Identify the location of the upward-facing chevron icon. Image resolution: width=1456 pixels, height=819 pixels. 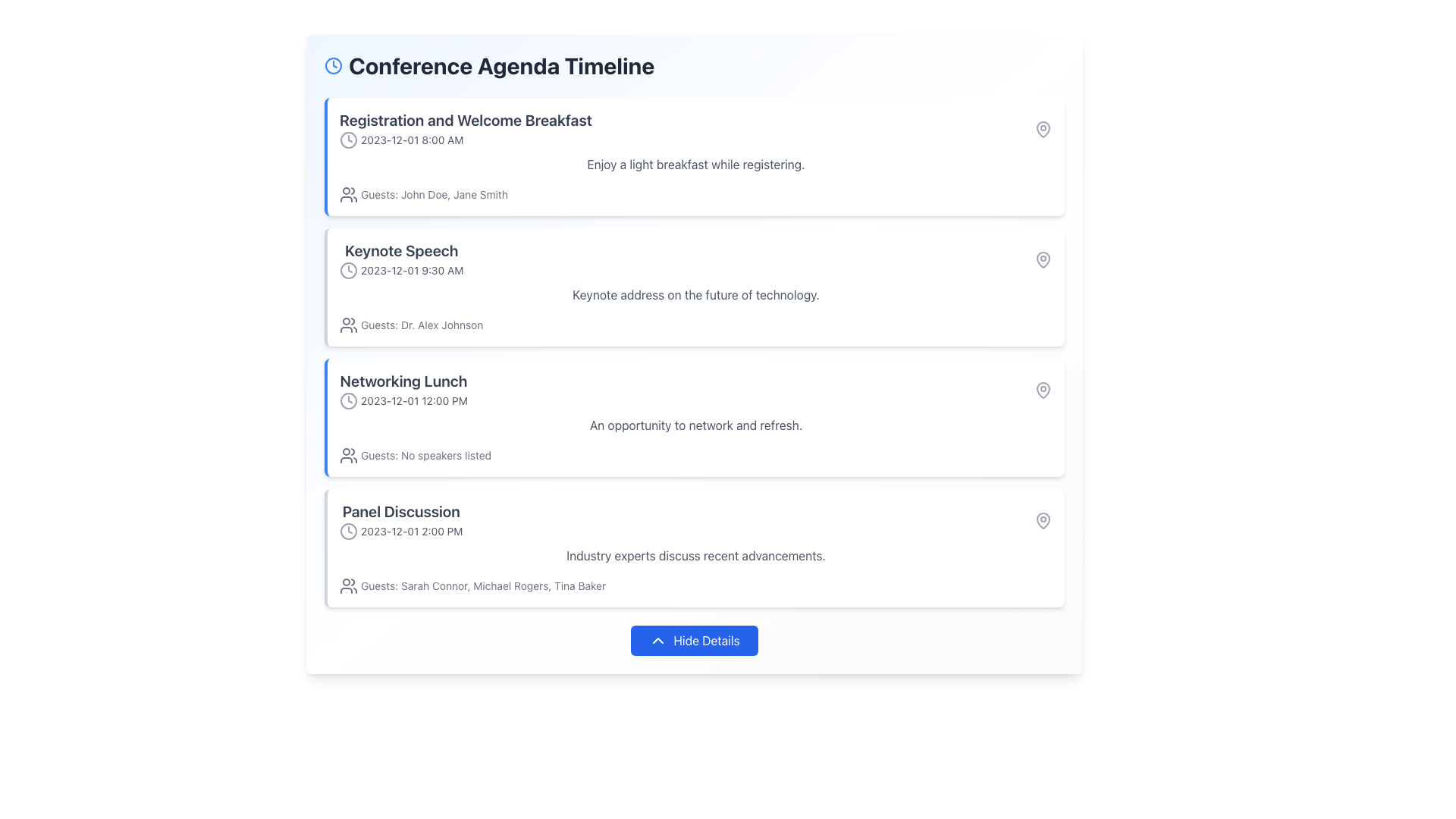
(658, 640).